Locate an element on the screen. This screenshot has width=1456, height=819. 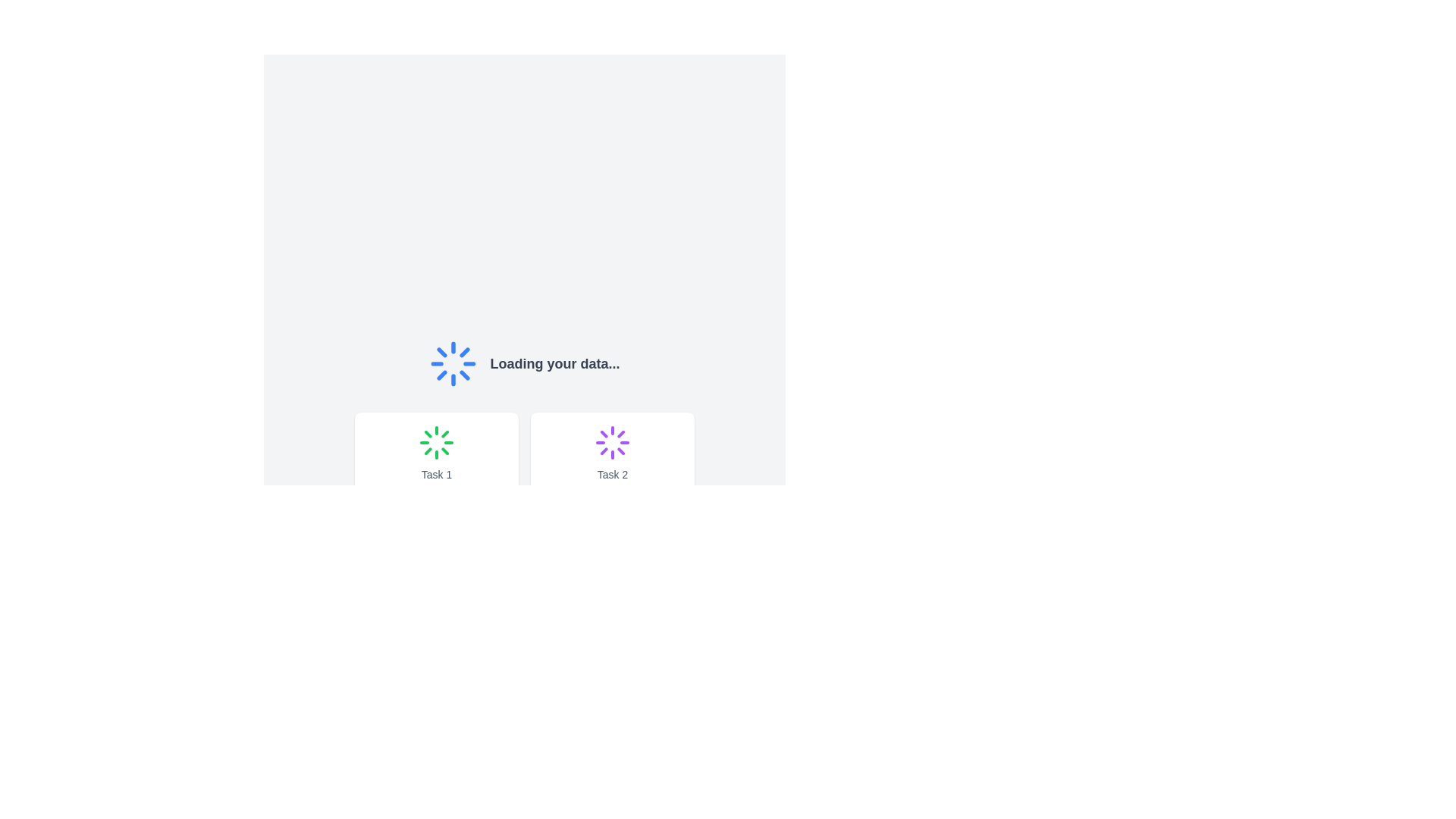
the sixth segment of the loading spinner graphic, which indicates an ongoing process or operation is located at coordinates (459, 349).